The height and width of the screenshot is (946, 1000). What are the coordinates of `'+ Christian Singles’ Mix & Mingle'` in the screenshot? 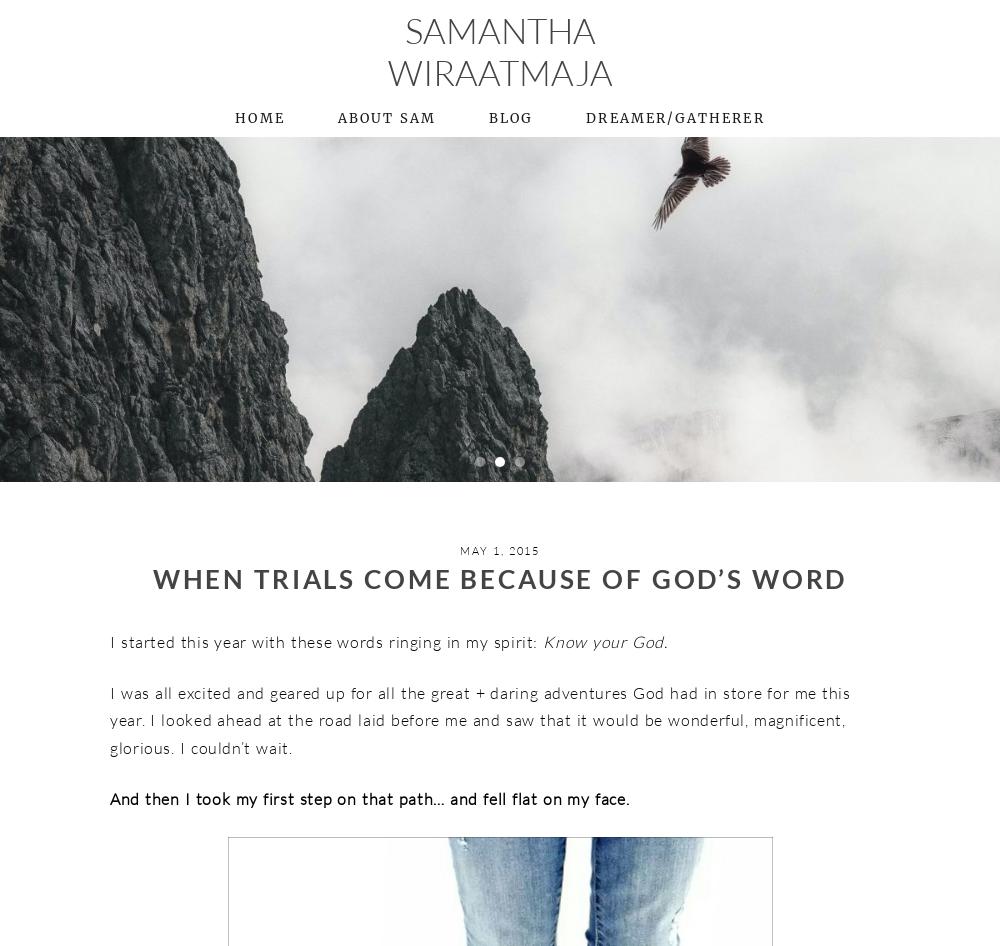 It's located at (605, 339).